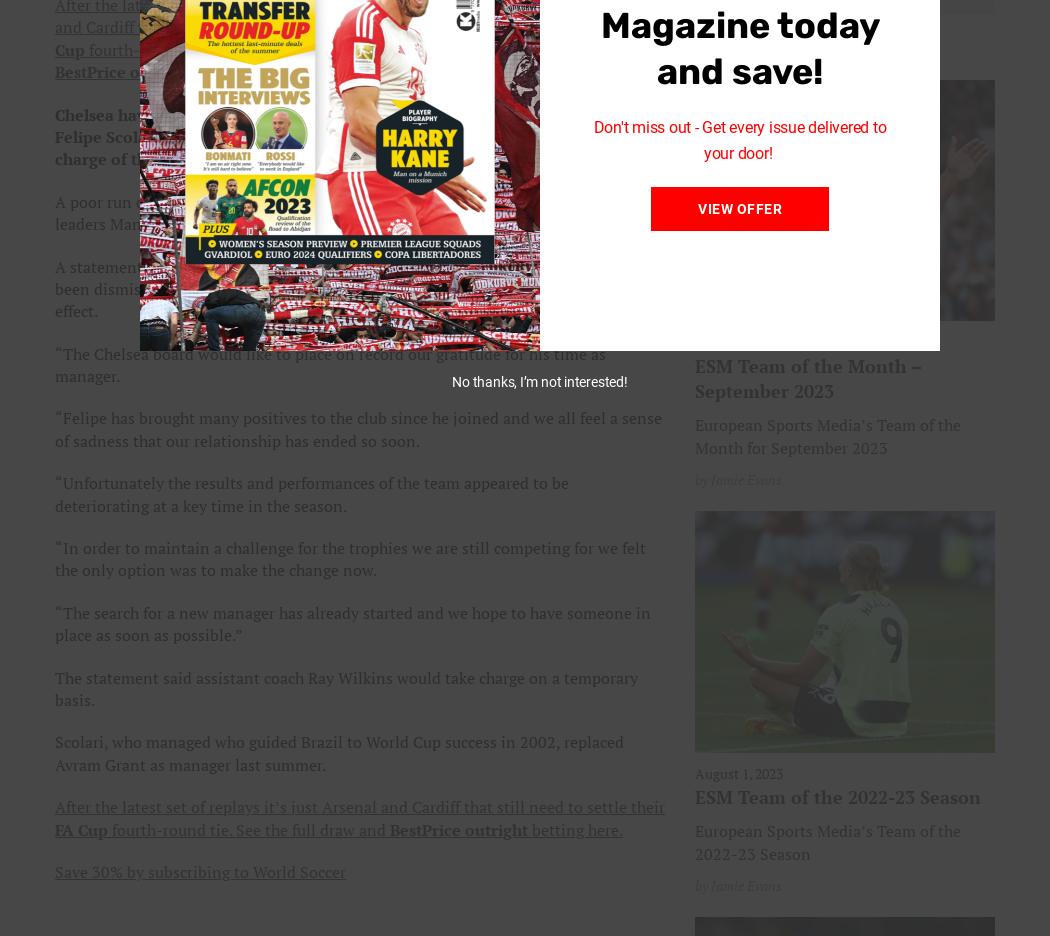 Image resolution: width=1050 pixels, height=936 pixels. I want to click on 'August 1, 2023', so click(737, 772).